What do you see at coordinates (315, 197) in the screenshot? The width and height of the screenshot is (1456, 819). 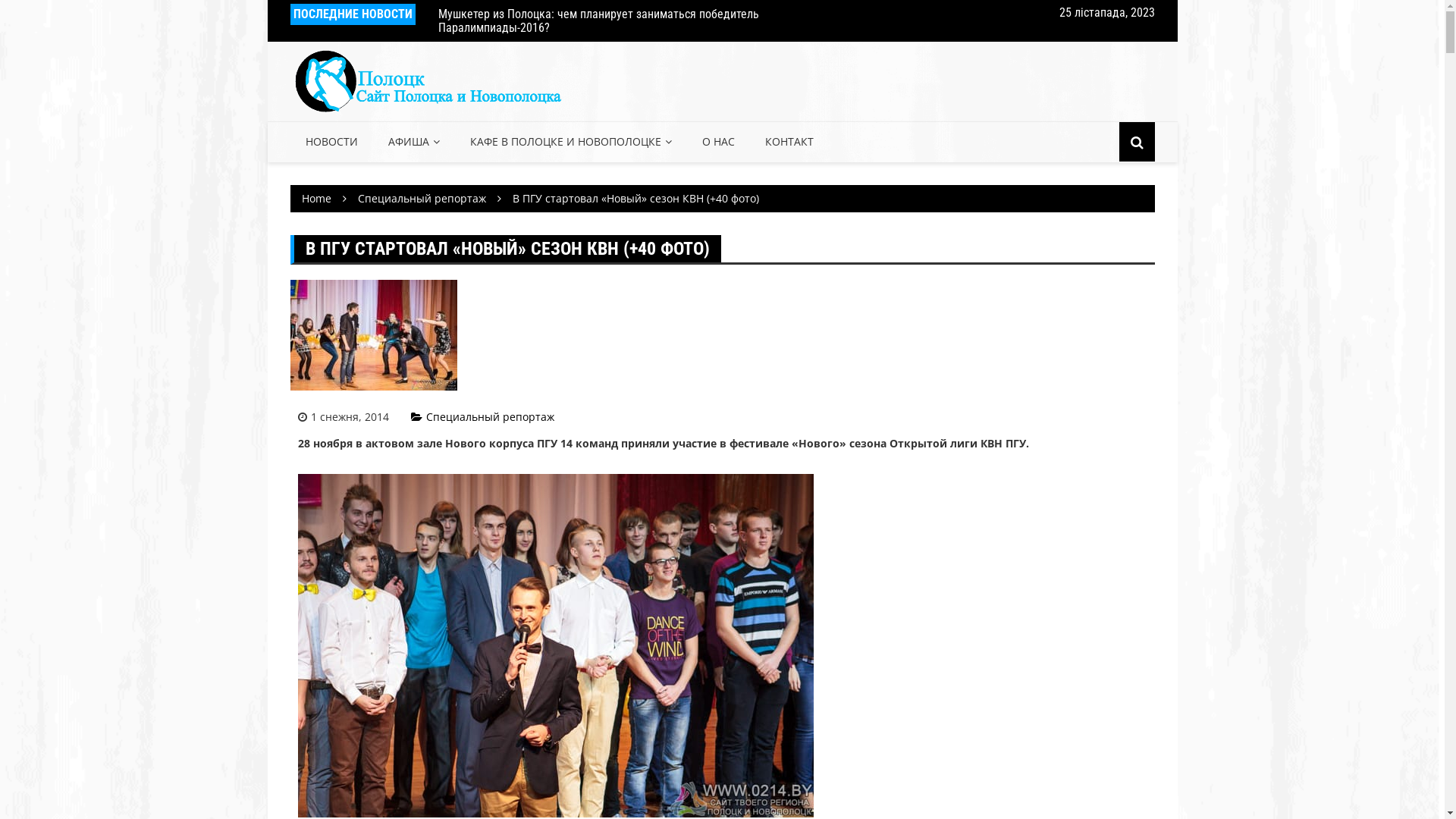 I see `'Home'` at bounding box center [315, 197].